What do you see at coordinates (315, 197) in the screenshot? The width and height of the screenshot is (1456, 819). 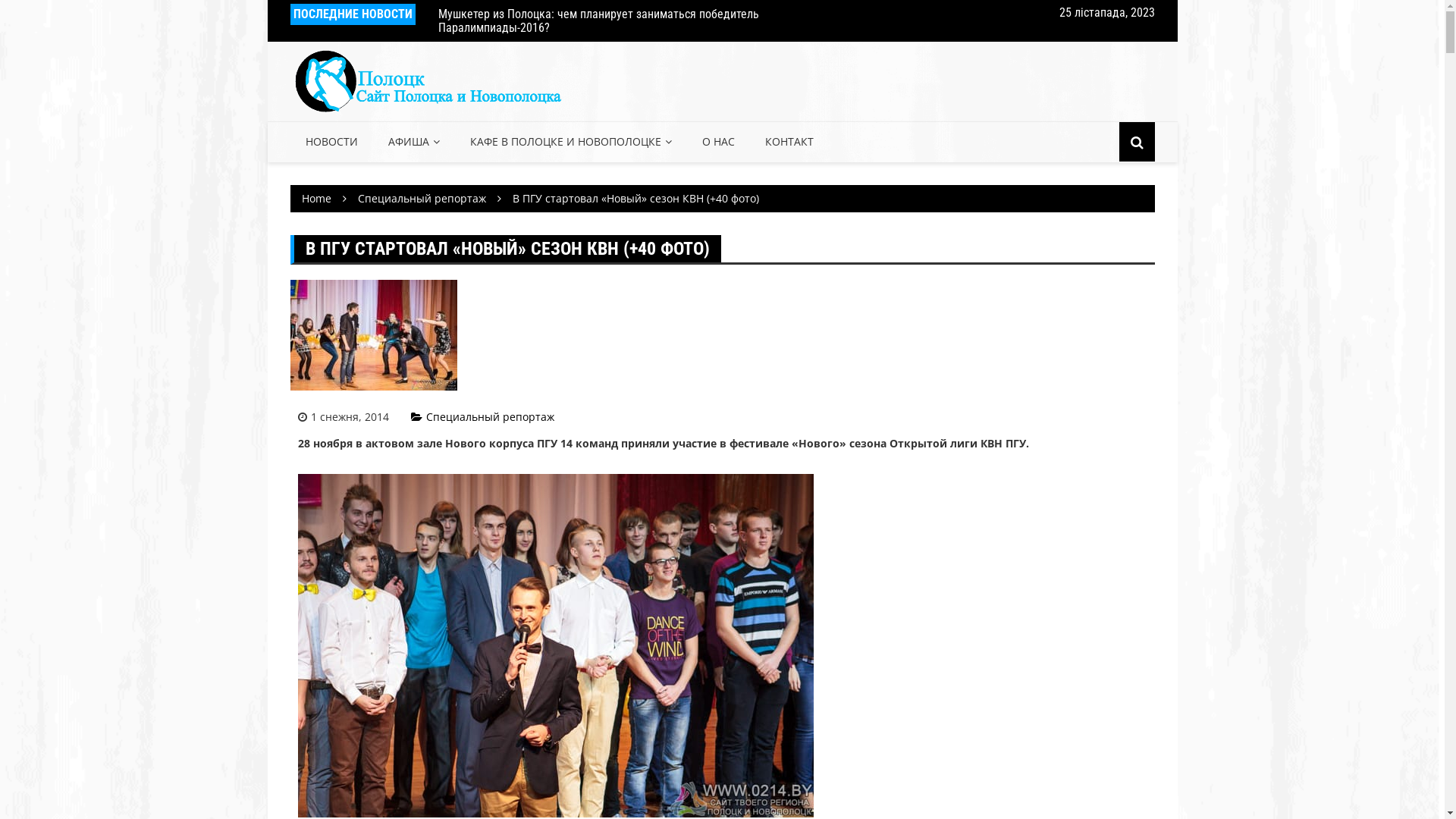 I see `'Home'` at bounding box center [315, 197].